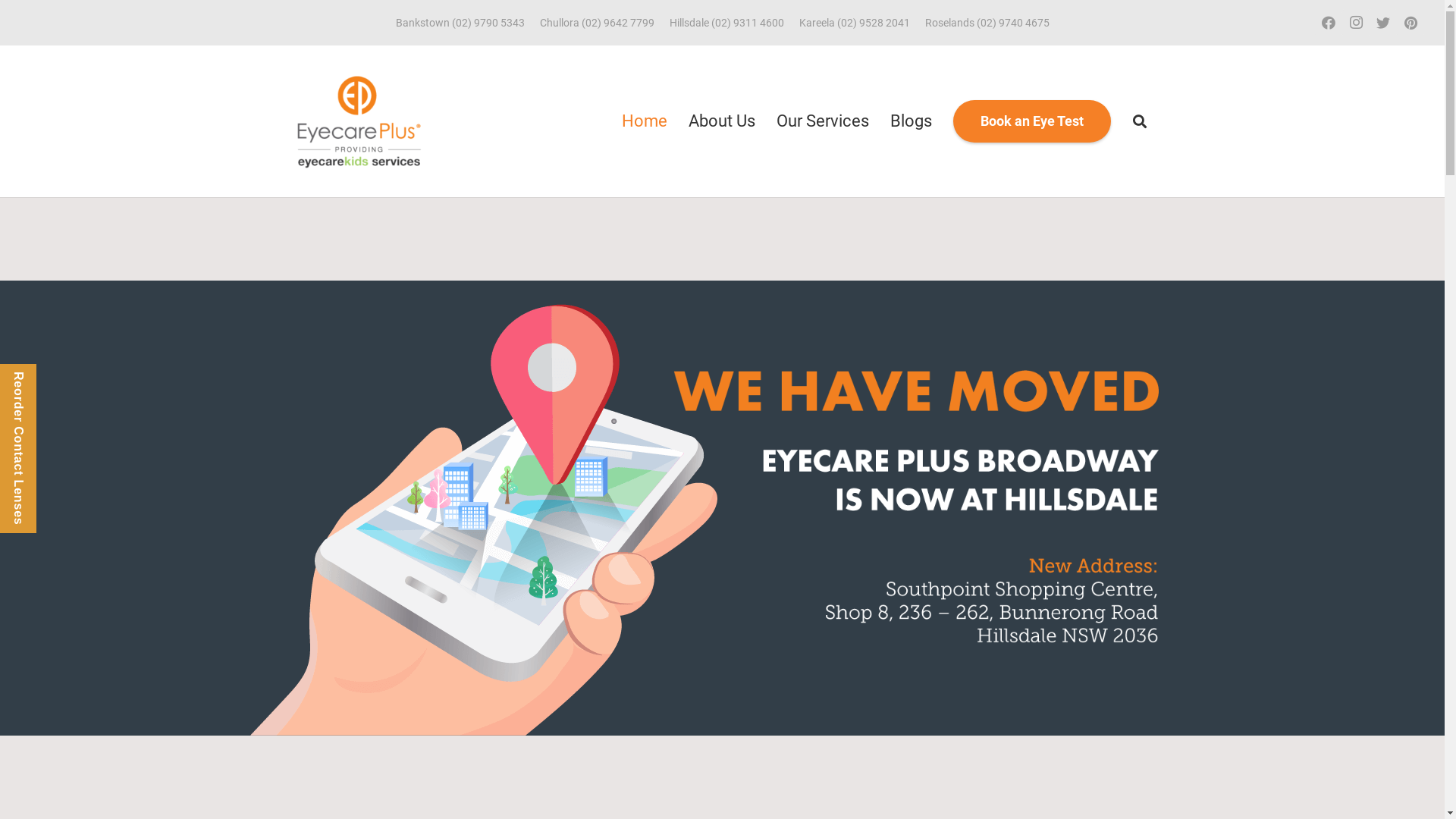  What do you see at coordinates (1410, 23) in the screenshot?
I see `'Pinterest'` at bounding box center [1410, 23].